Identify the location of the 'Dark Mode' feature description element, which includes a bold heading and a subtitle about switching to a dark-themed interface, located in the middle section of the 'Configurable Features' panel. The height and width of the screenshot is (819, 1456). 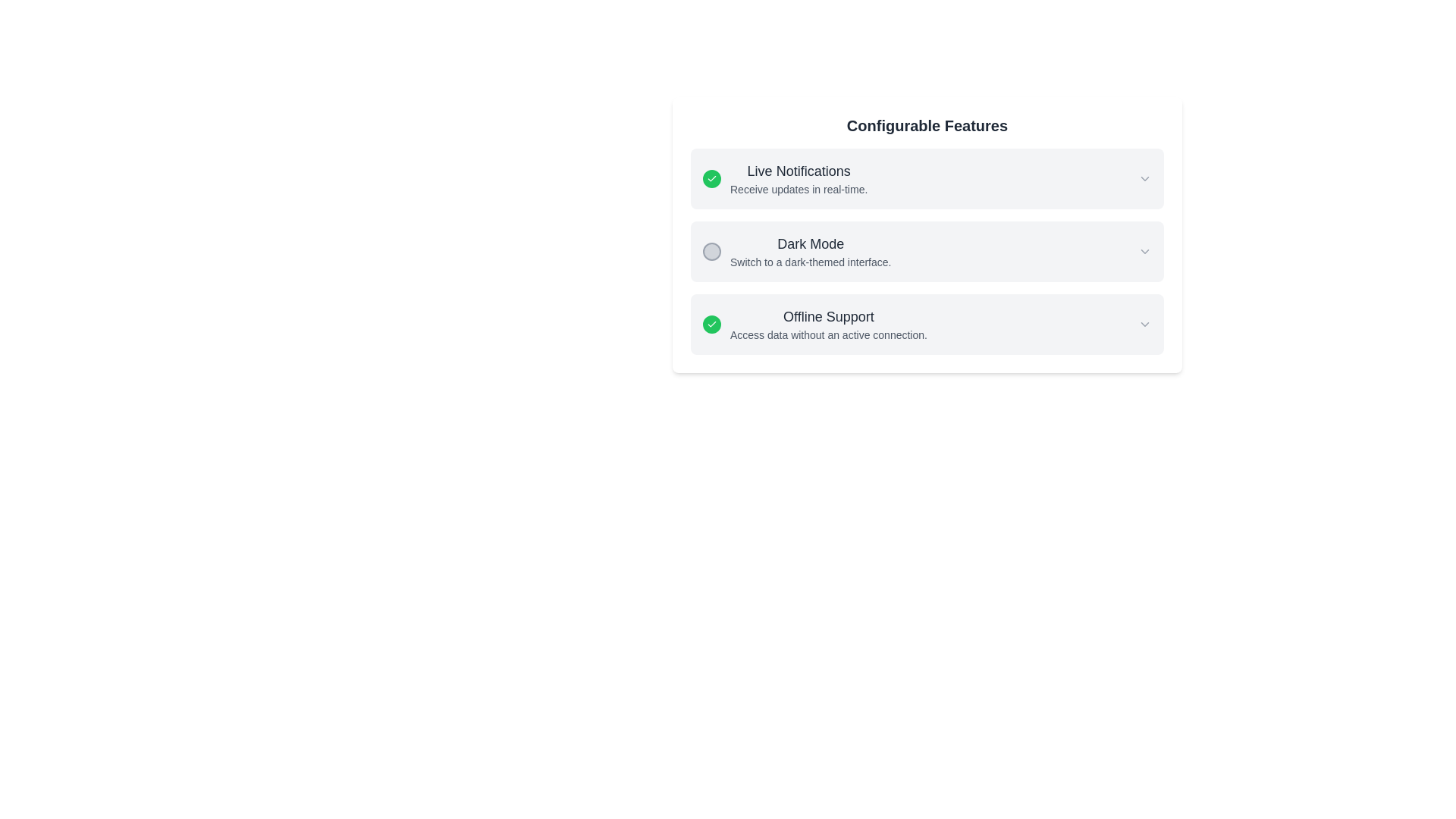
(796, 250).